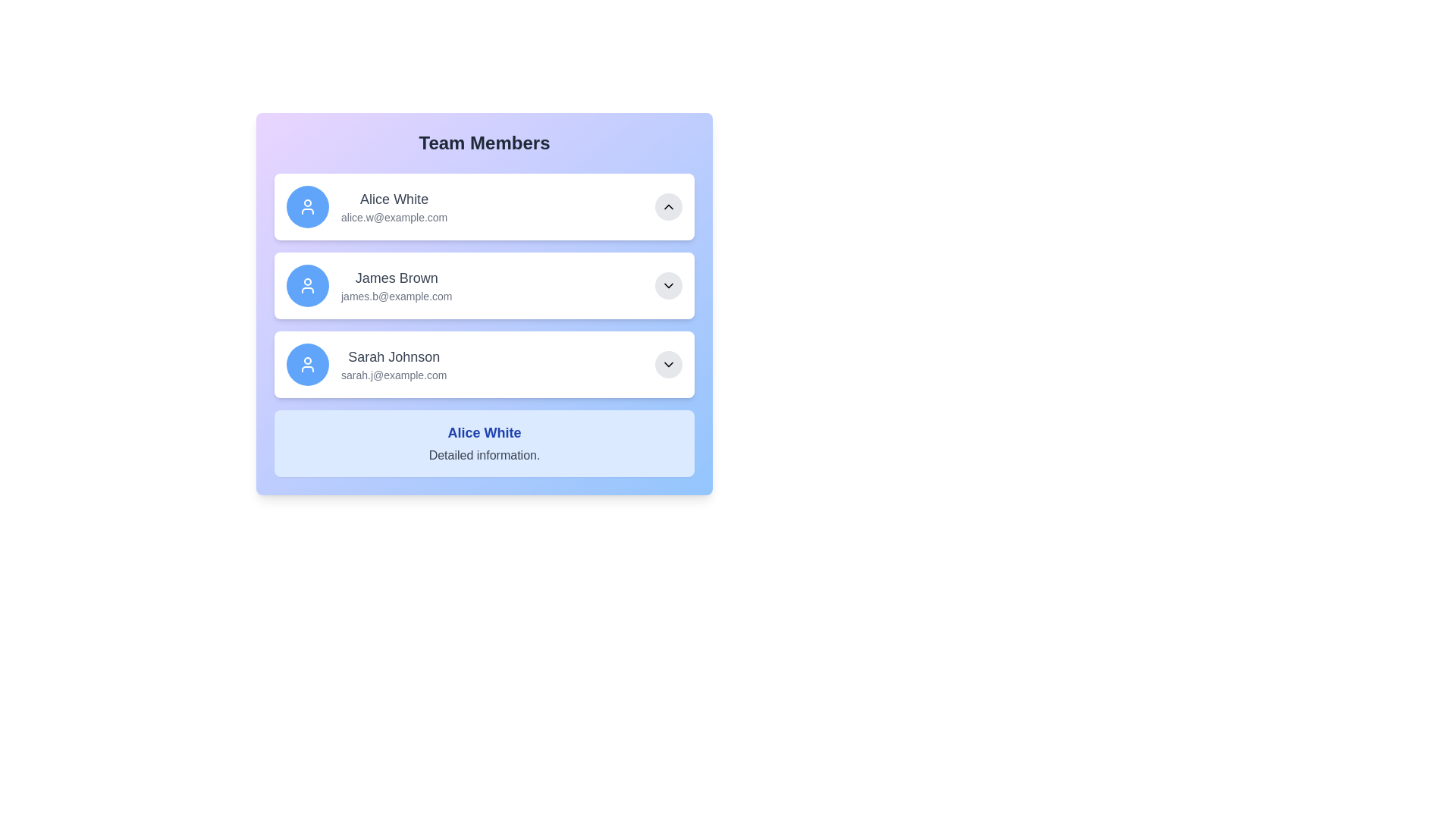 The image size is (1456, 819). I want to click on the light gray circular button with an upward-pointing chevron icon, so click(668, 207).